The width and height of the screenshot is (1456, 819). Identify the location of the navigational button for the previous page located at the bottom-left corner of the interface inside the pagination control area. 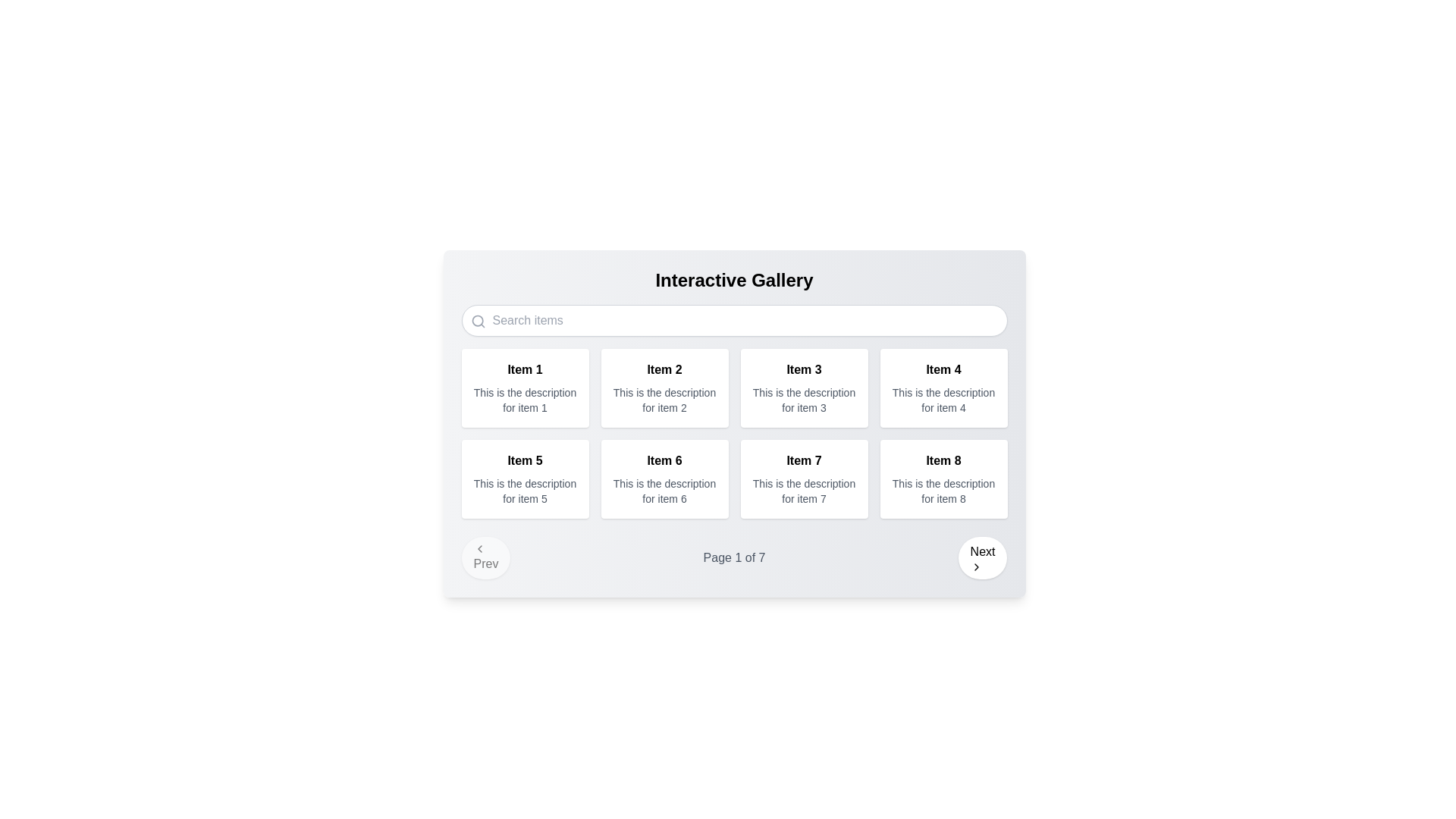
(485, 558).